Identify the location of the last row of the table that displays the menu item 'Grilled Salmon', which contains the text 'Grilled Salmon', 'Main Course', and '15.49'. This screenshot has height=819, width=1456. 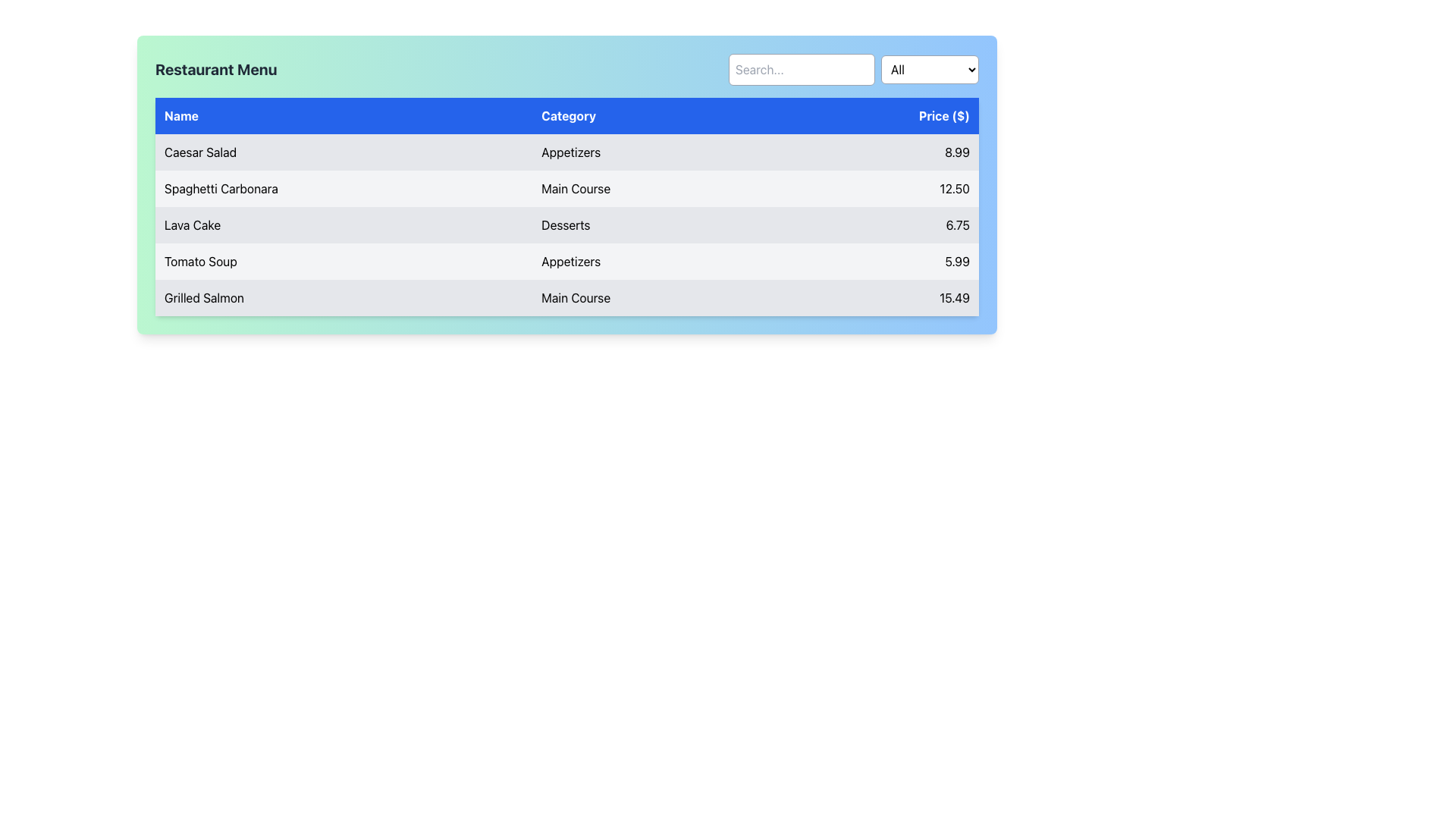
(566, 298).